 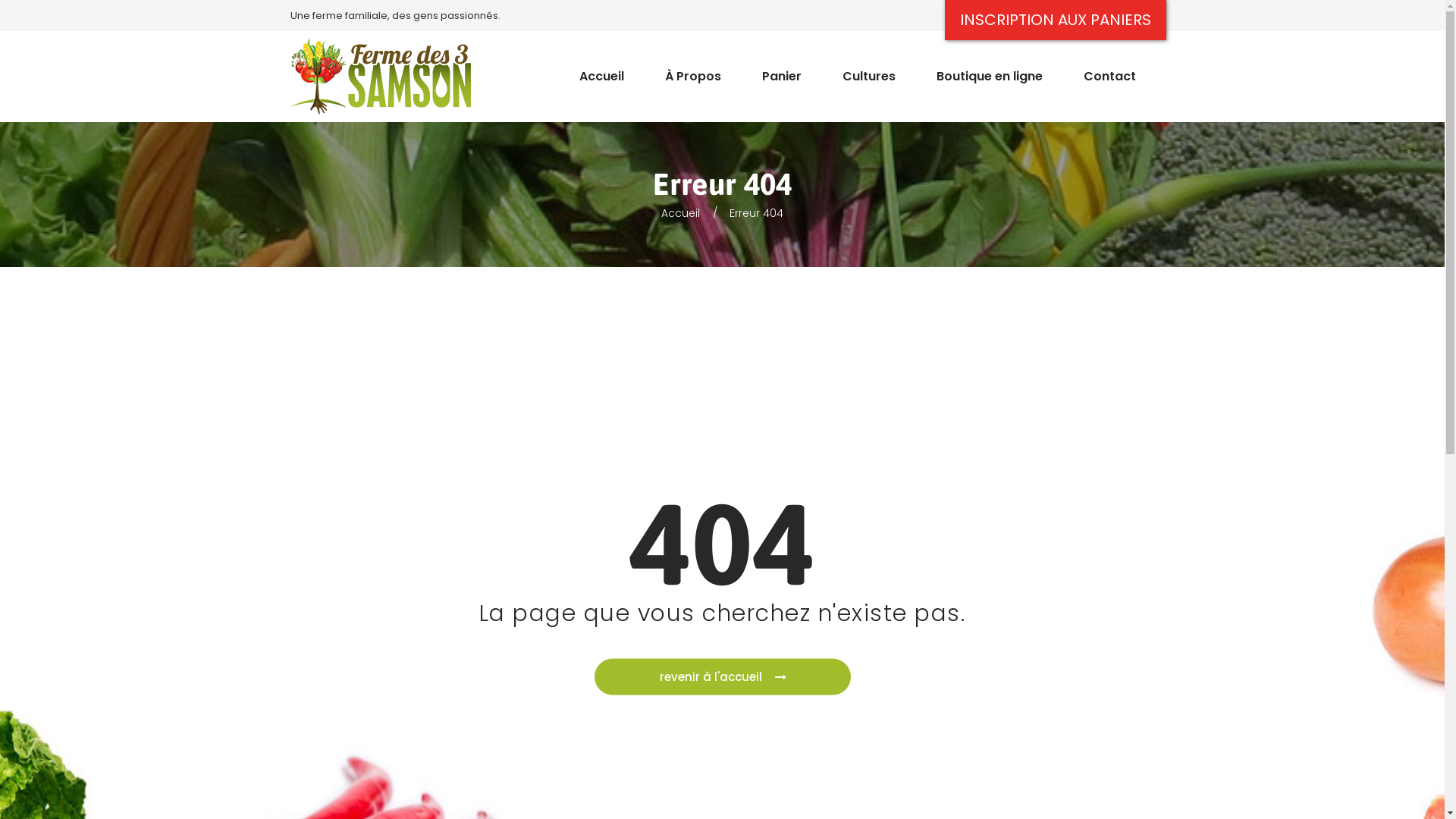 What do you see at coordinates (990, 69) in the screenshot?
I see `'Boutique en ligne'` at bounding box center [990, 69].